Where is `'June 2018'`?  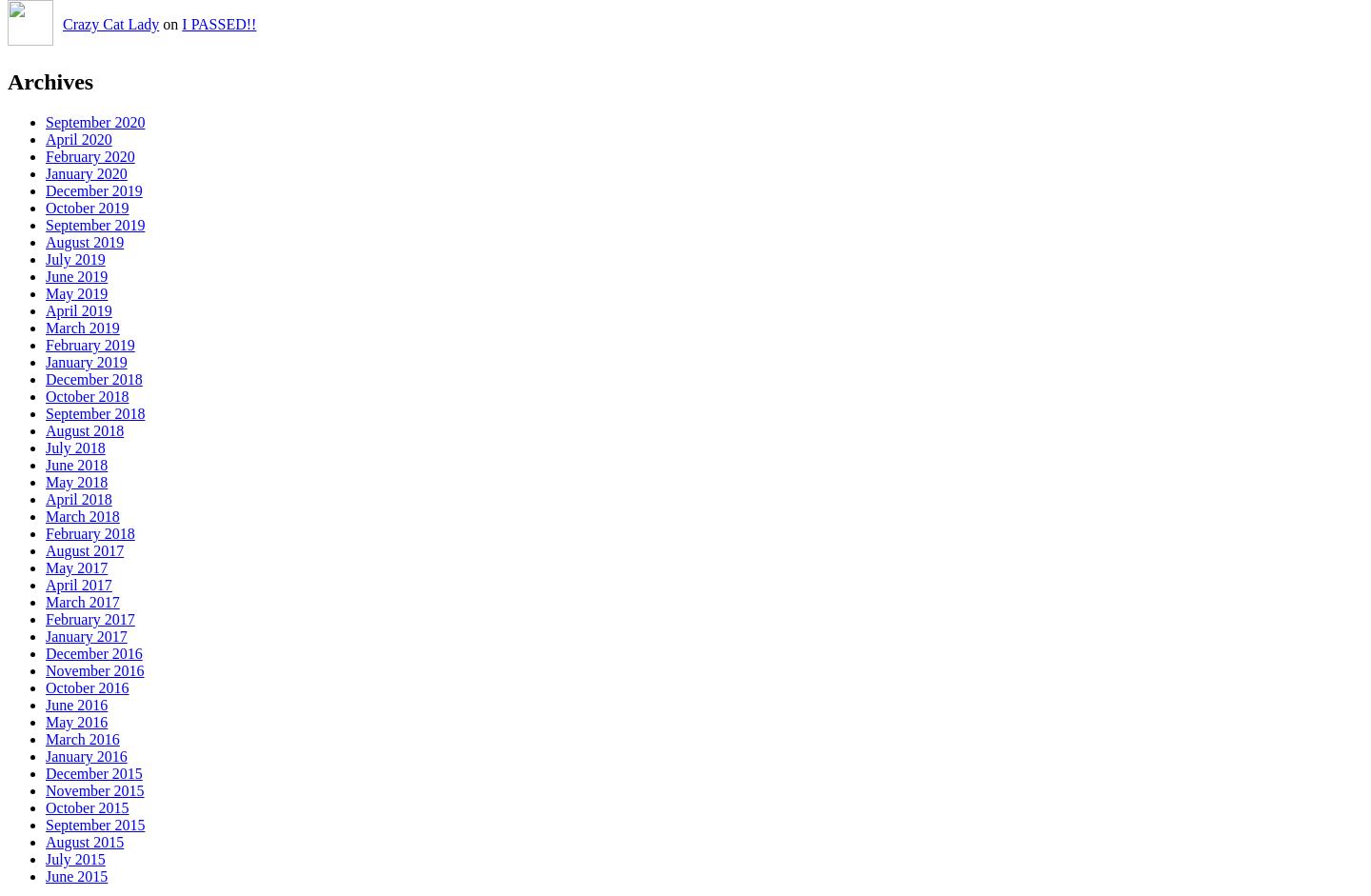
'June 2018' is located at coordinates (76, 464).